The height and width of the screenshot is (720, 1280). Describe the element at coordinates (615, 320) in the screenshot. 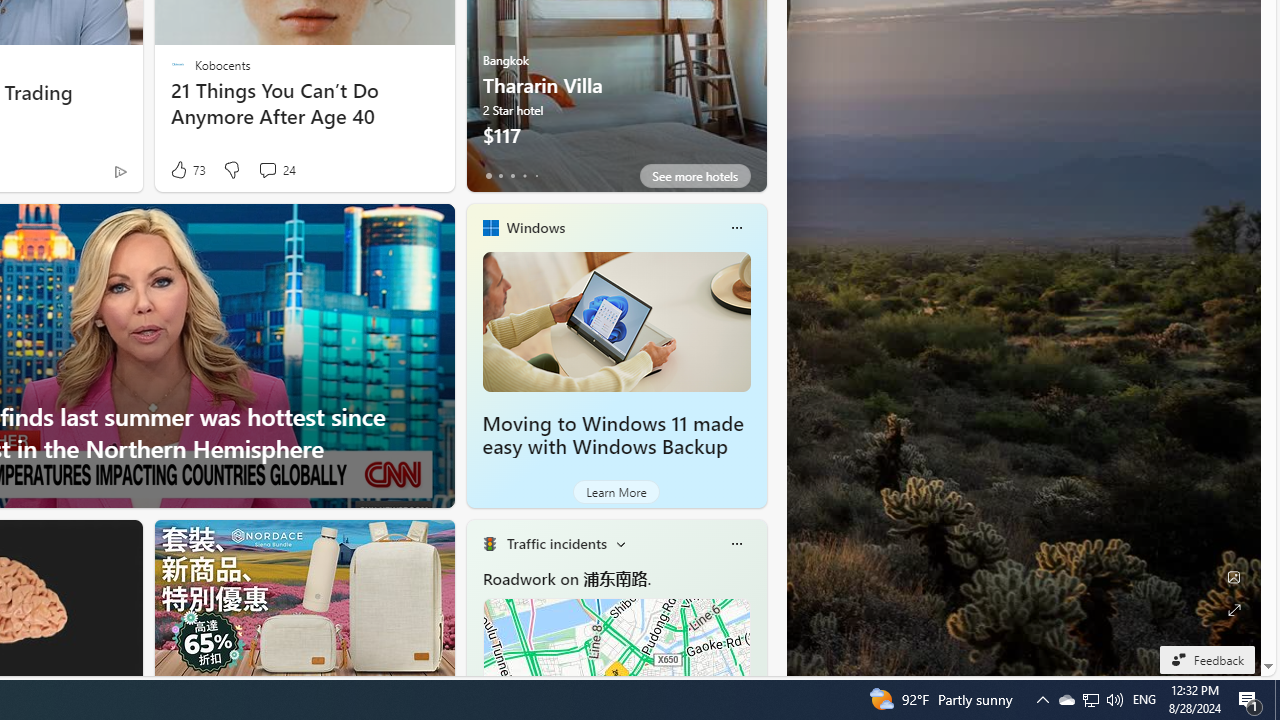

I see `'Moving to Windows 11 made easy with Windows Backup'` at that location.